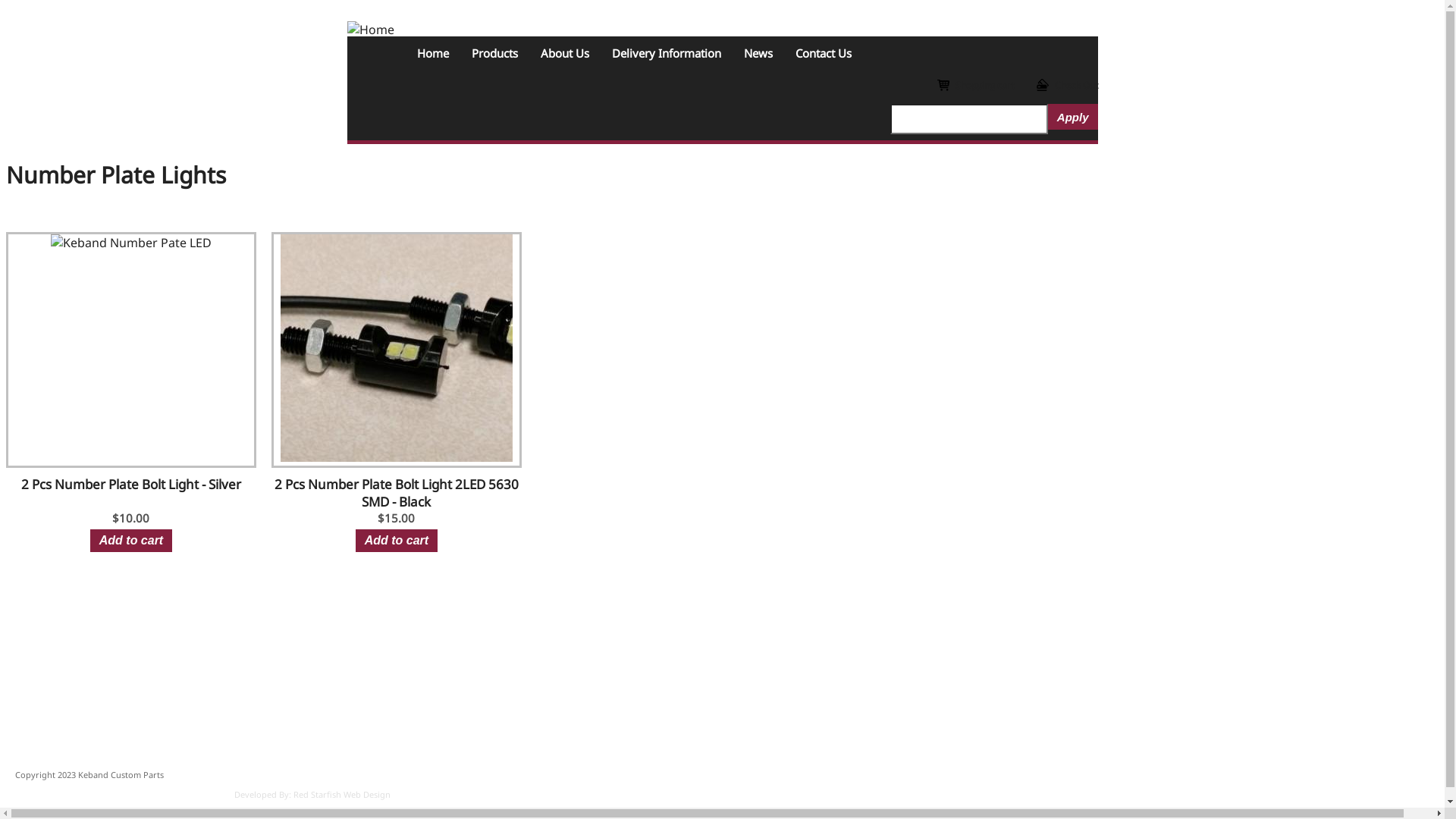  Describe the element at coordinates (1072, 116) in the screenshot. I see `'Apply'` at that location.